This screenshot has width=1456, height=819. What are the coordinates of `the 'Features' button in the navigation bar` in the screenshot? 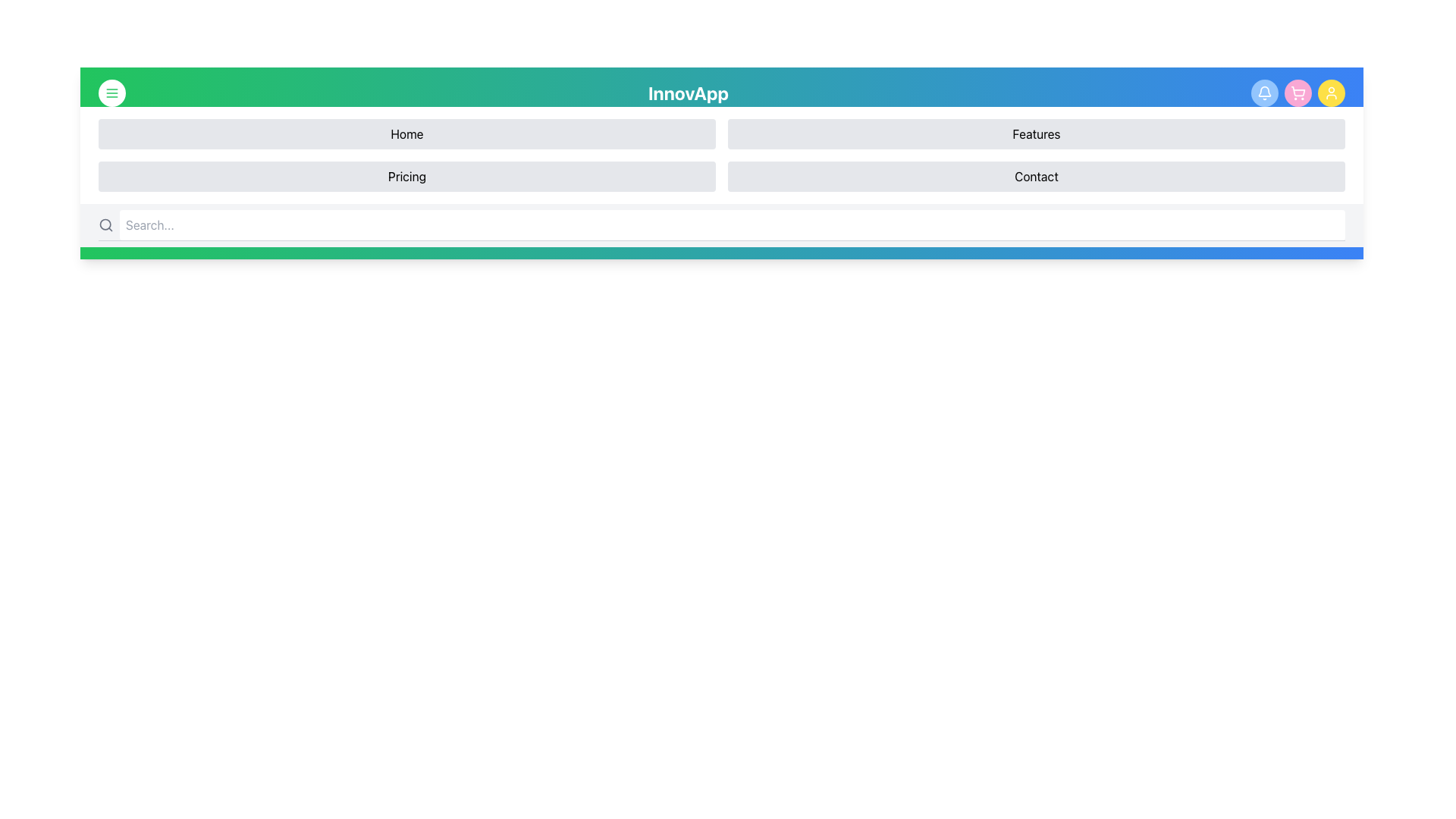 It's located at (1036, 133).